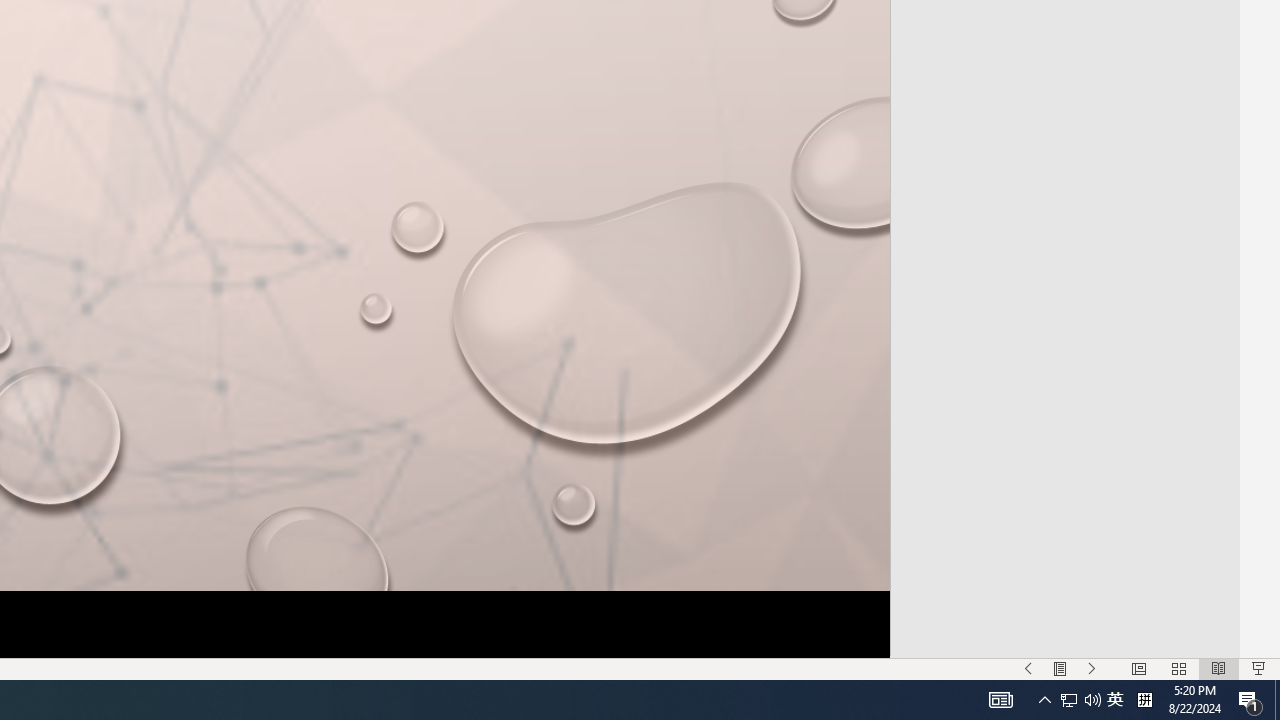 Image resolution: width=1280 pixels, height=720 pixels. What do you see at coordinates (1091, 669) in the screenshot?
I see `'Slide Show Next On'` at bounding box center [1091, 669].